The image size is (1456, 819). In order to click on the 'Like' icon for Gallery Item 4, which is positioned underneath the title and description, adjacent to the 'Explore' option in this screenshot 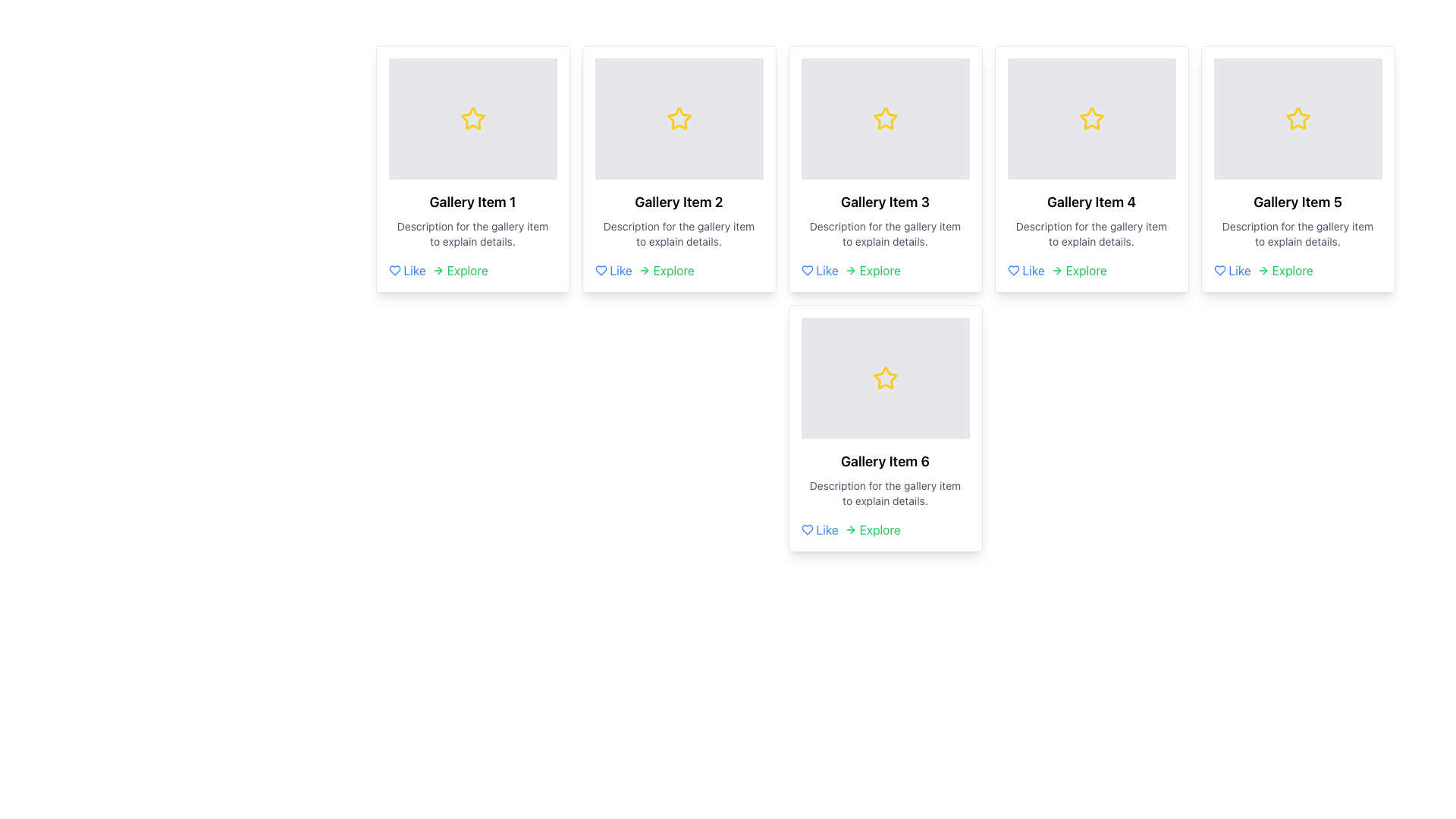, I will do `click(1013, 270)`.